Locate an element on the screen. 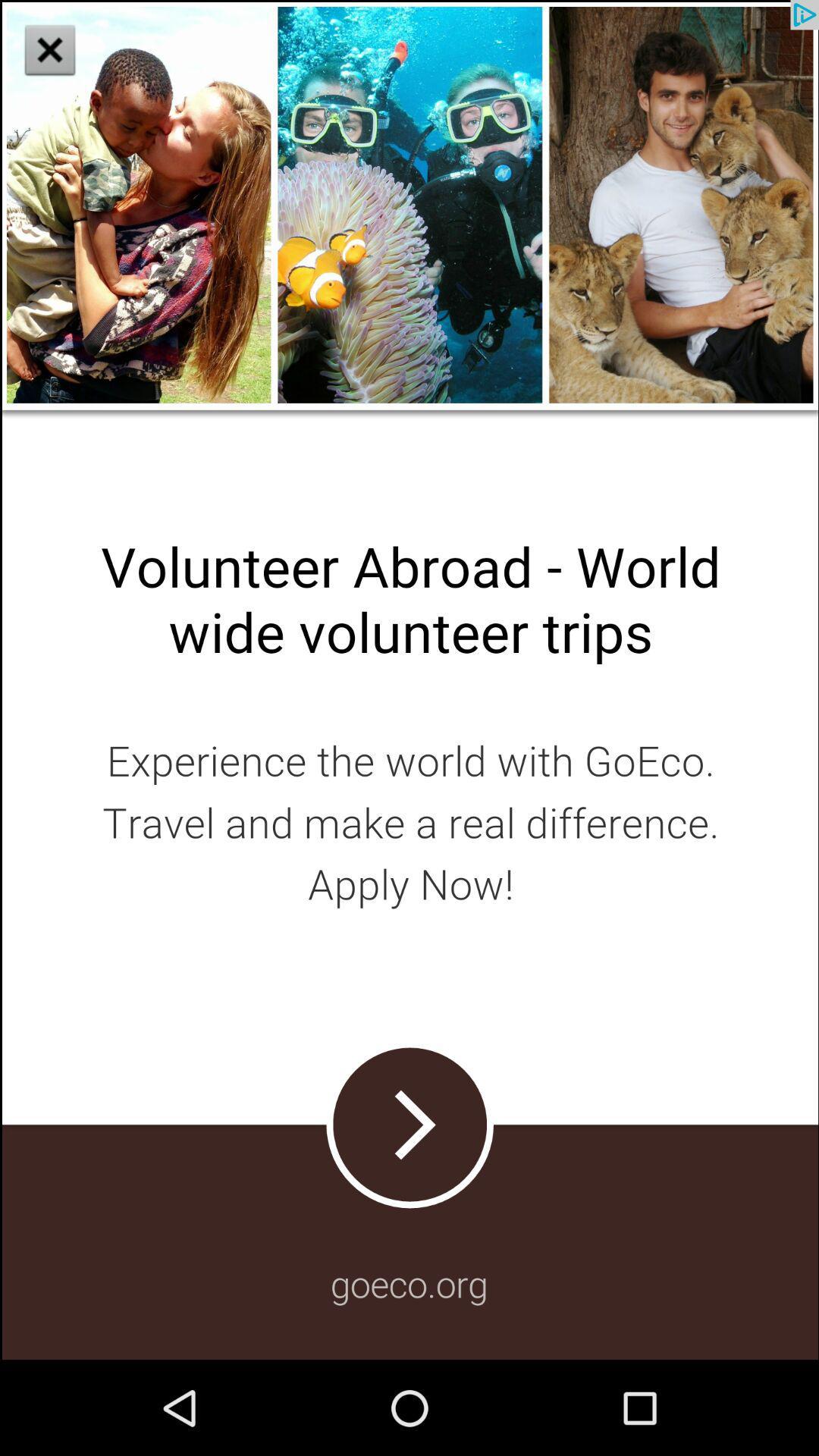 Image resolution: width=819 pixels, height=1456 pixels. the close icon is located at coordinates (49, 53).